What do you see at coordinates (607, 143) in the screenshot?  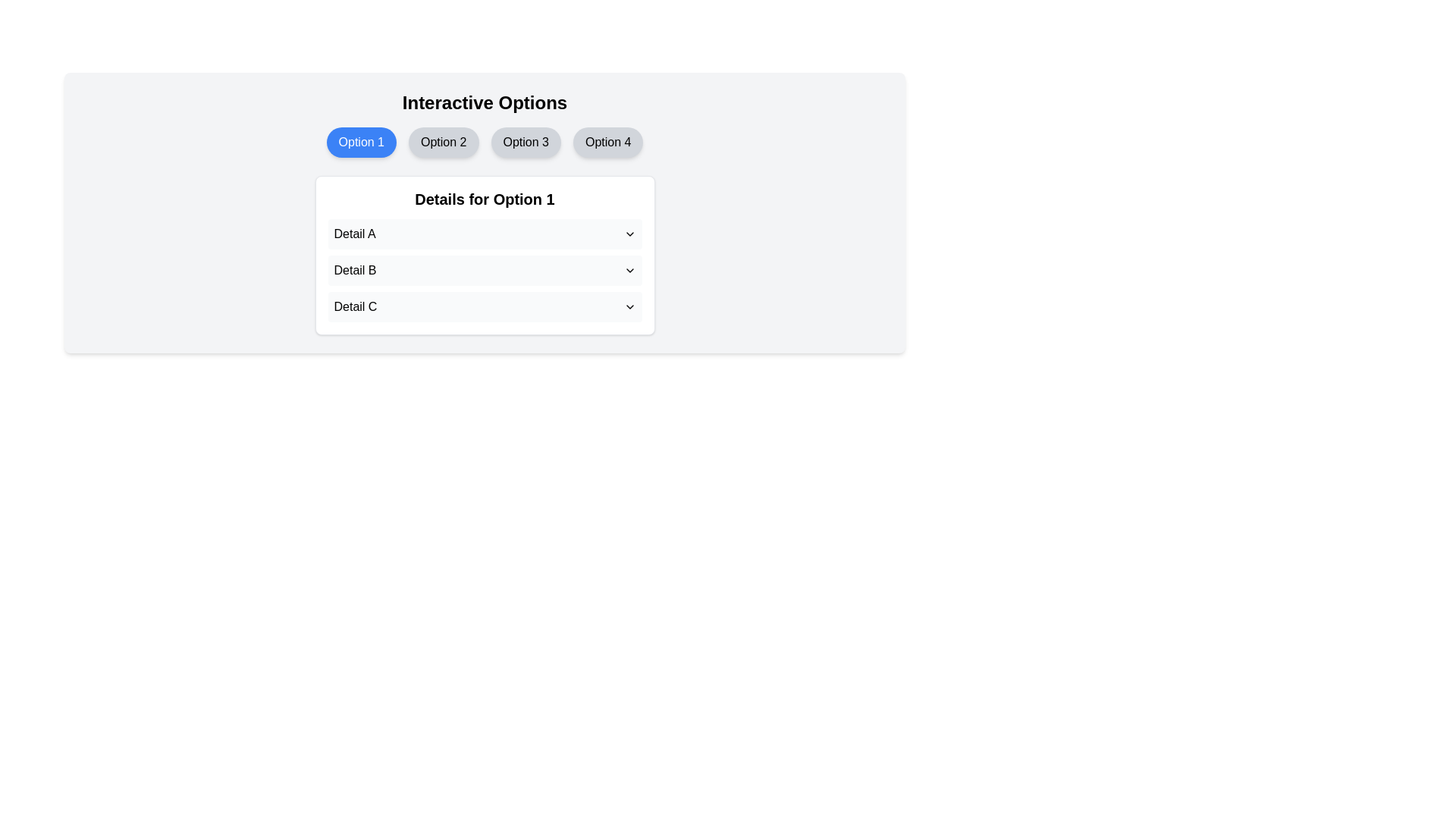 I see `the interactive button labeled 'Option 4'` at bounding box center [607, 143].